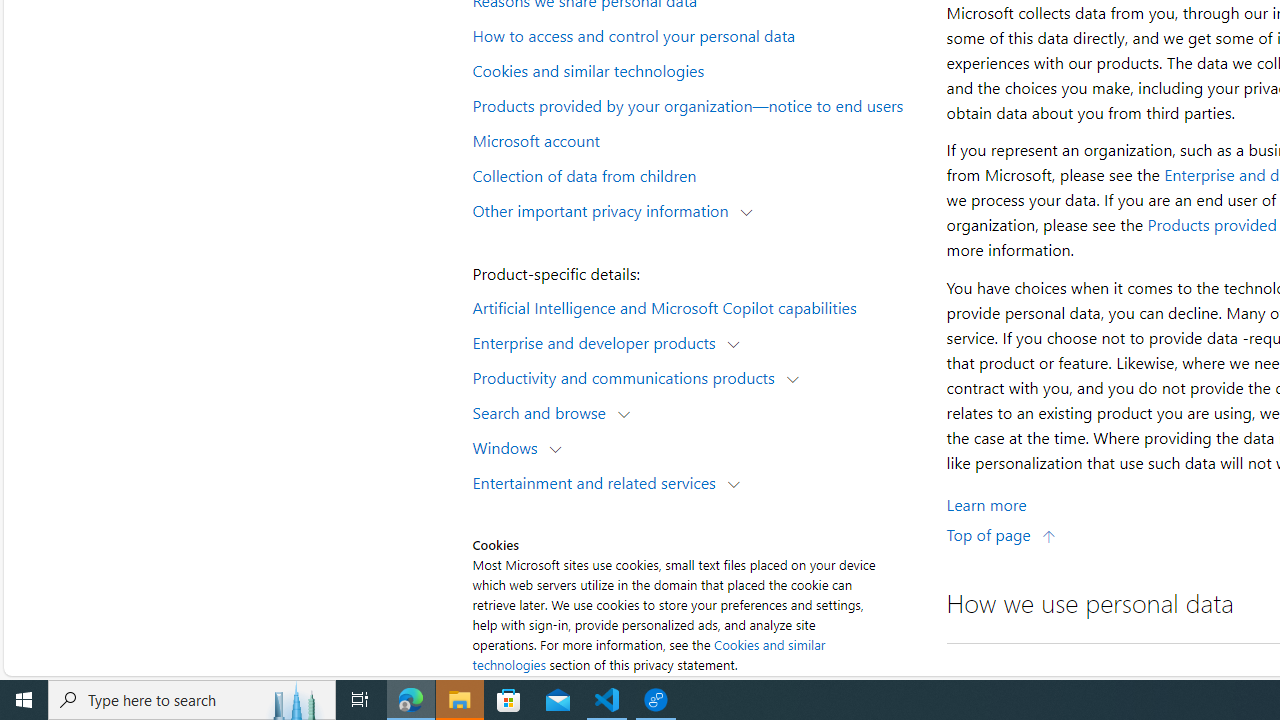  What do you see at coordinates (510, 446) in the screenshot?
I see `'Windows'` at bounding box center [510, 446].